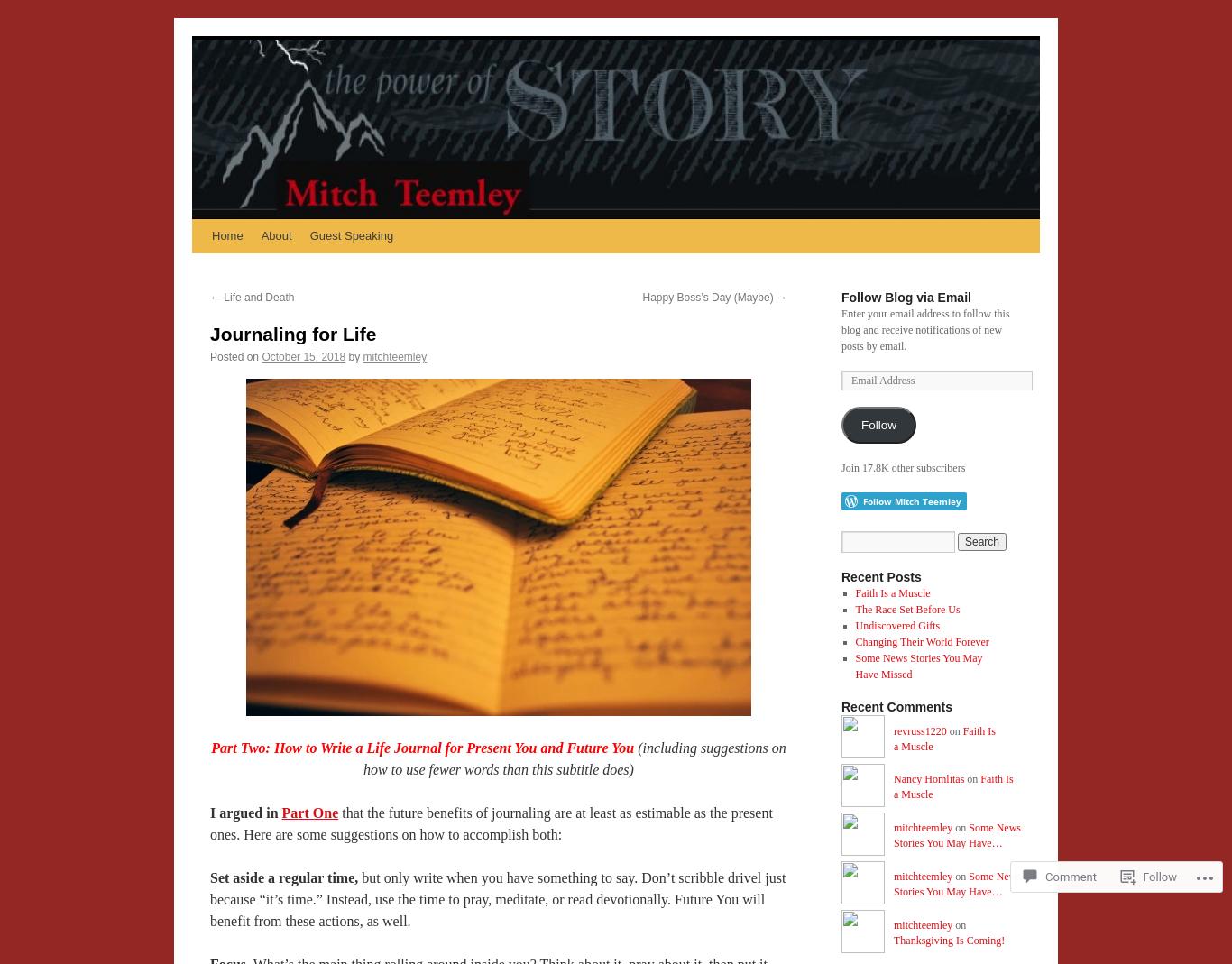 Image resolution: width=1232 pixels, height=964 pixels. Describe the element at coordinates (308, 812) in the screenshot. I see `'Part One'` at that location.